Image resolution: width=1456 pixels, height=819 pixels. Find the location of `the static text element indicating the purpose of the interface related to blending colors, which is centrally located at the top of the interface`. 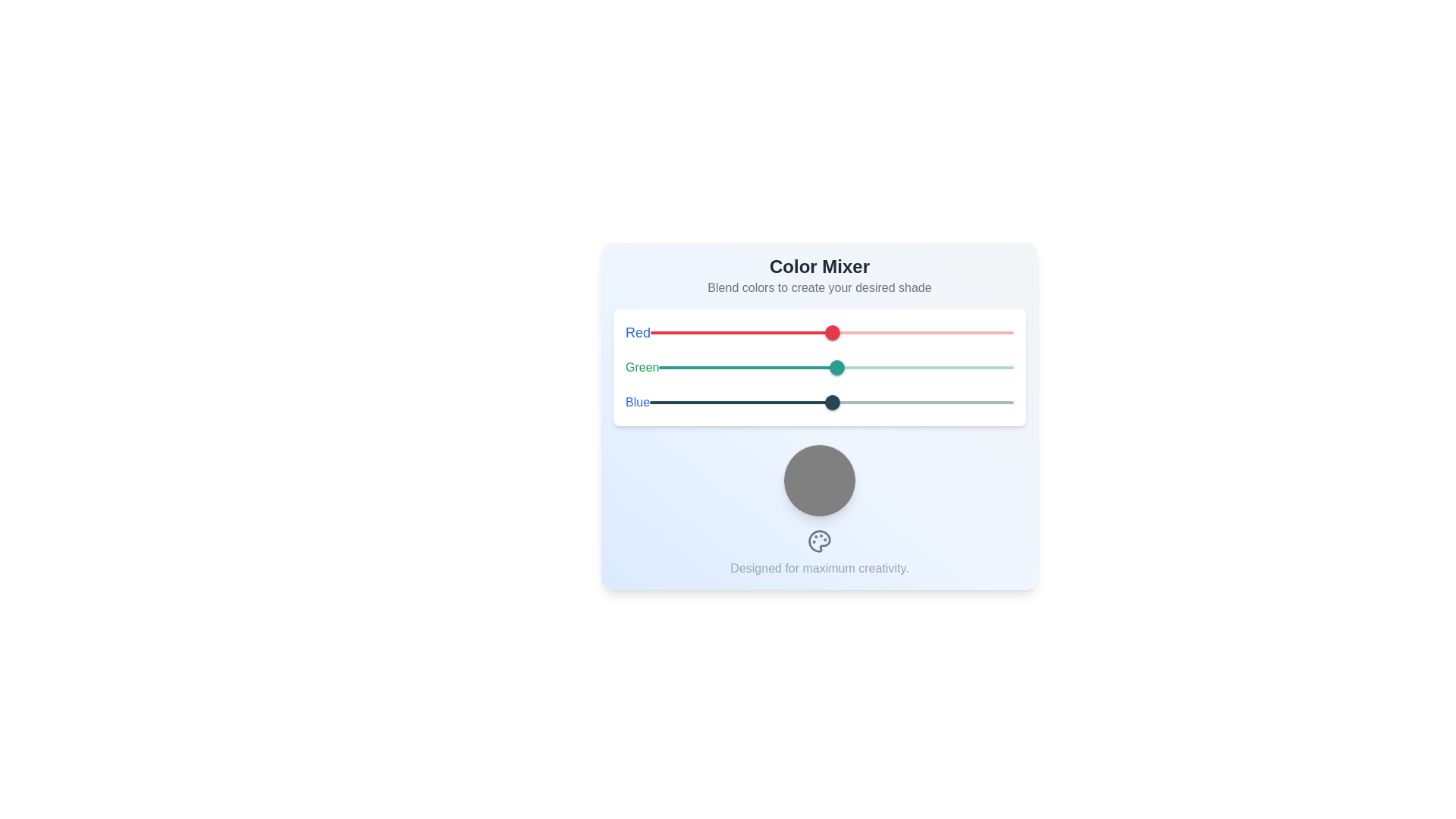

the static text element indicating the purpose of the interface related to blending colors, which is centrally located at the top of the interface is located at coordinates (818, 265).